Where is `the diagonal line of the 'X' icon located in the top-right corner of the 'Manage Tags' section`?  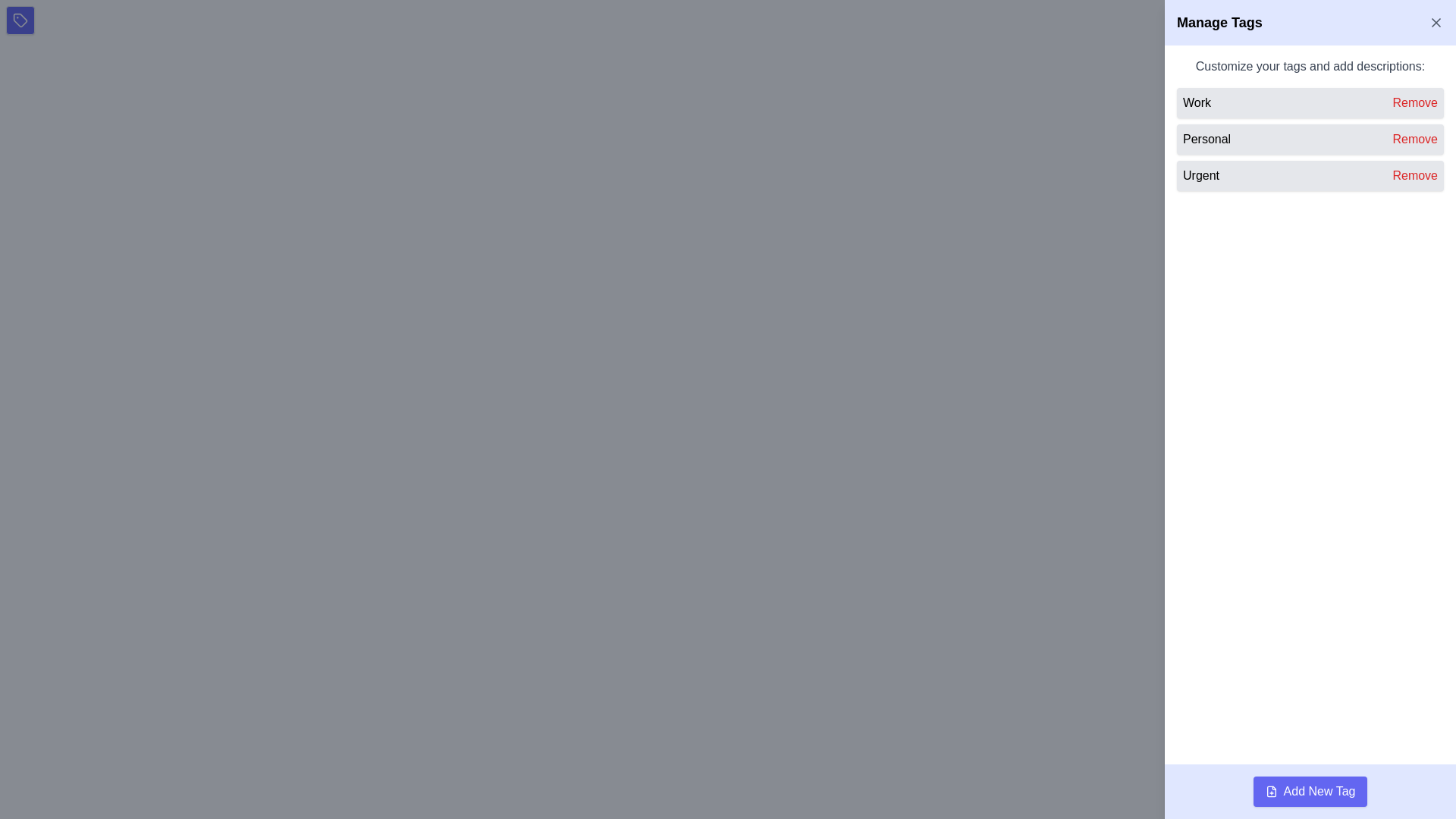 the diagonal line of the 'X' icon located in the top-right corner of the 'Manage Tags' section is located at coordinates (1436, 23).